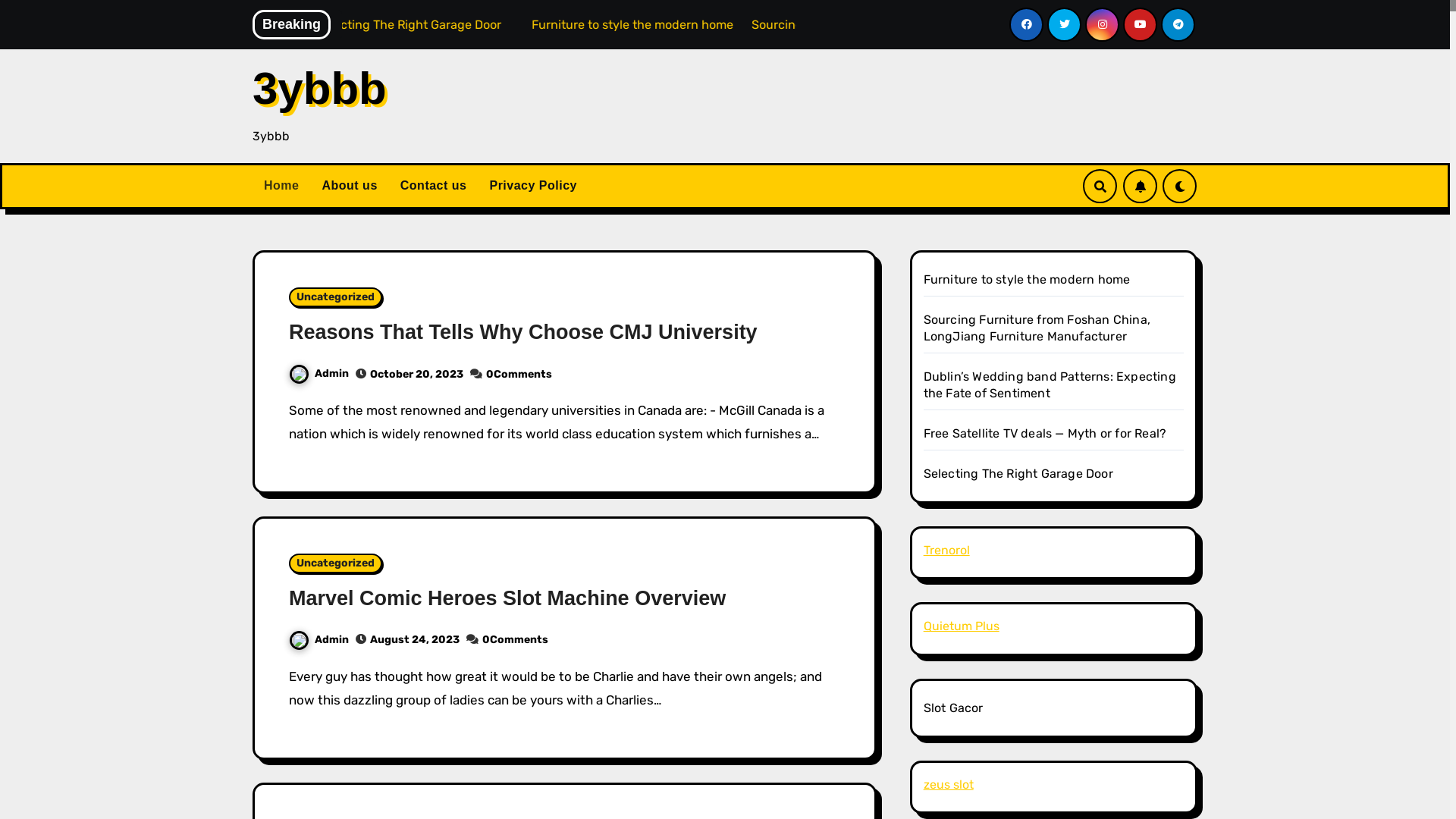  Describe the element at coordinates (532, 185) in the screenshot. I see `'Privacy Policy'` at that location.